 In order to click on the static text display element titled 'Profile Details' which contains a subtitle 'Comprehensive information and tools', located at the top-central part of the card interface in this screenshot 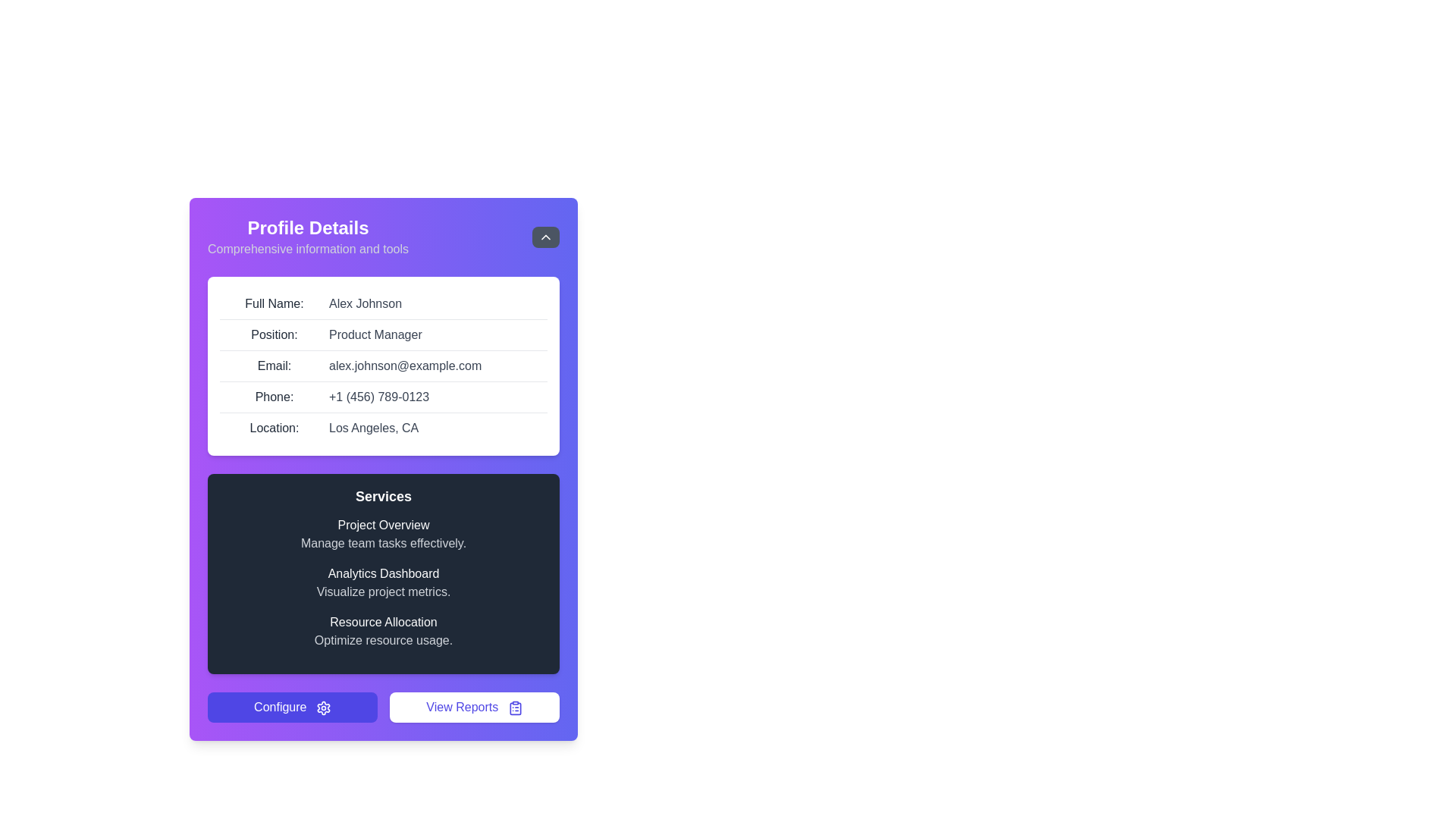, I will do `click(307, 237)`.